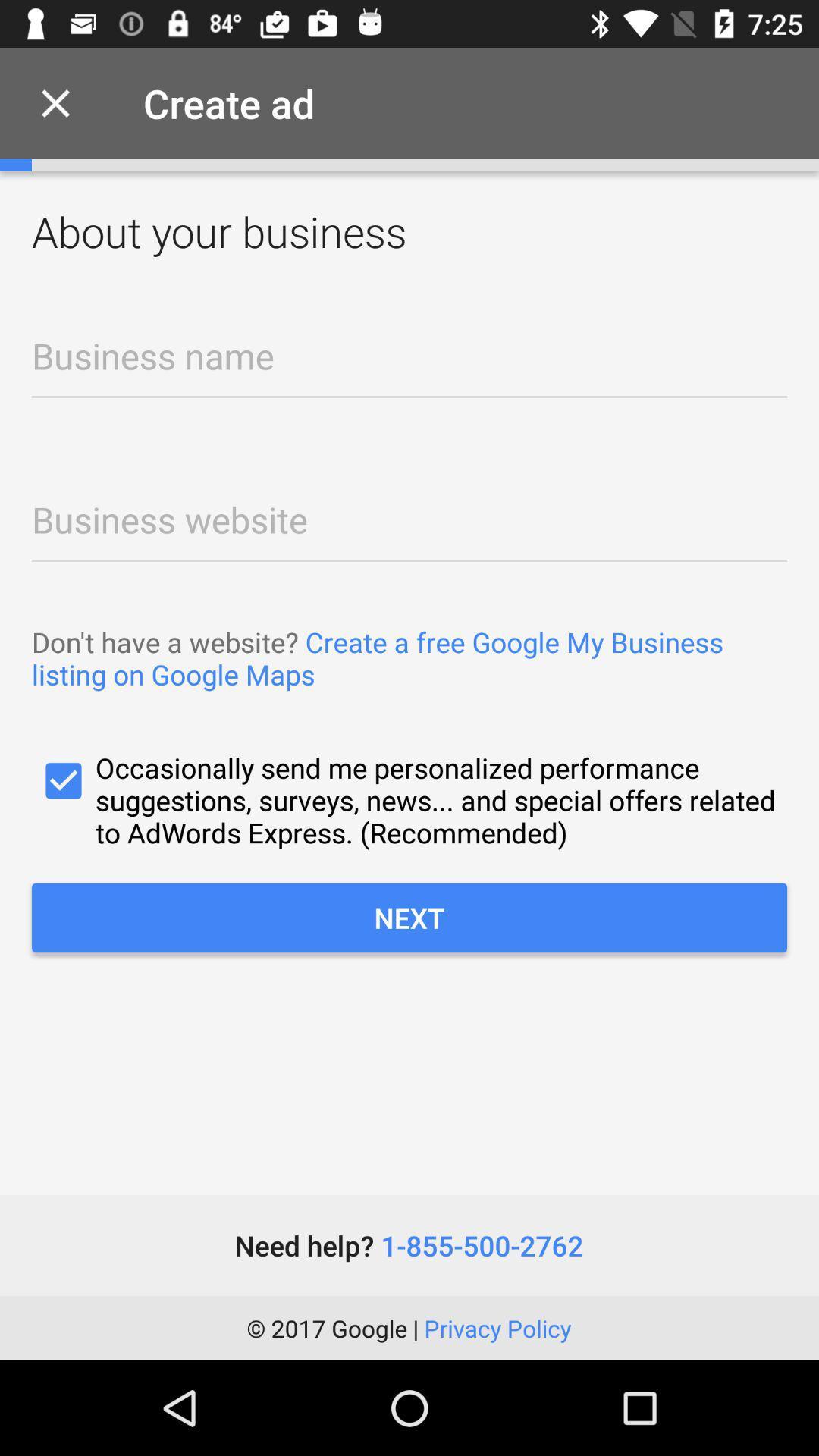 The width and height of the screenshot is (819, 1456). I want to click on business website, so click(409, 515).